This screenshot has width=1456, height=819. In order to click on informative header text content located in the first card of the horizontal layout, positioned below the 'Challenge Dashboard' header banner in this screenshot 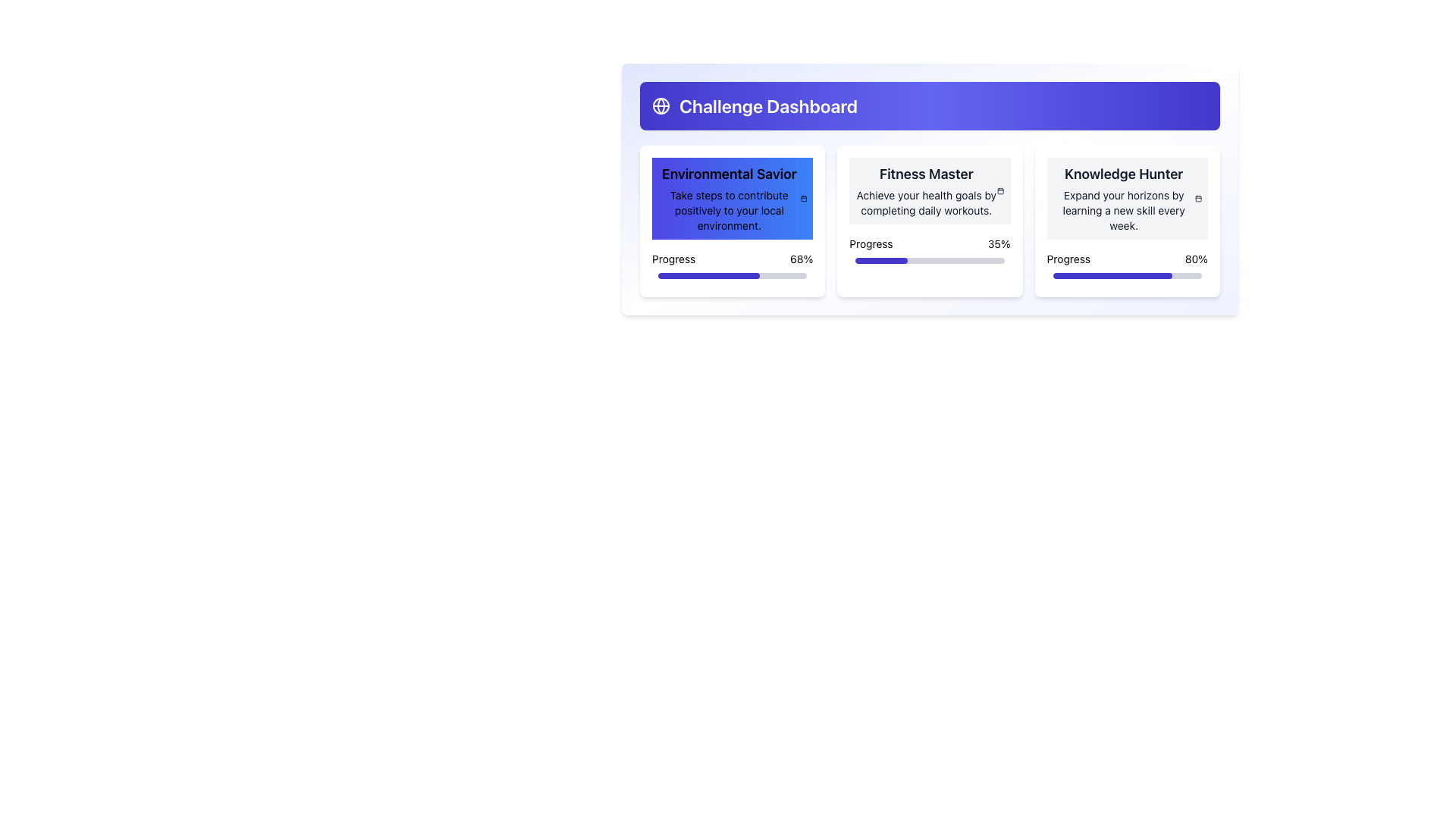, I will do `click(729, 198)`.